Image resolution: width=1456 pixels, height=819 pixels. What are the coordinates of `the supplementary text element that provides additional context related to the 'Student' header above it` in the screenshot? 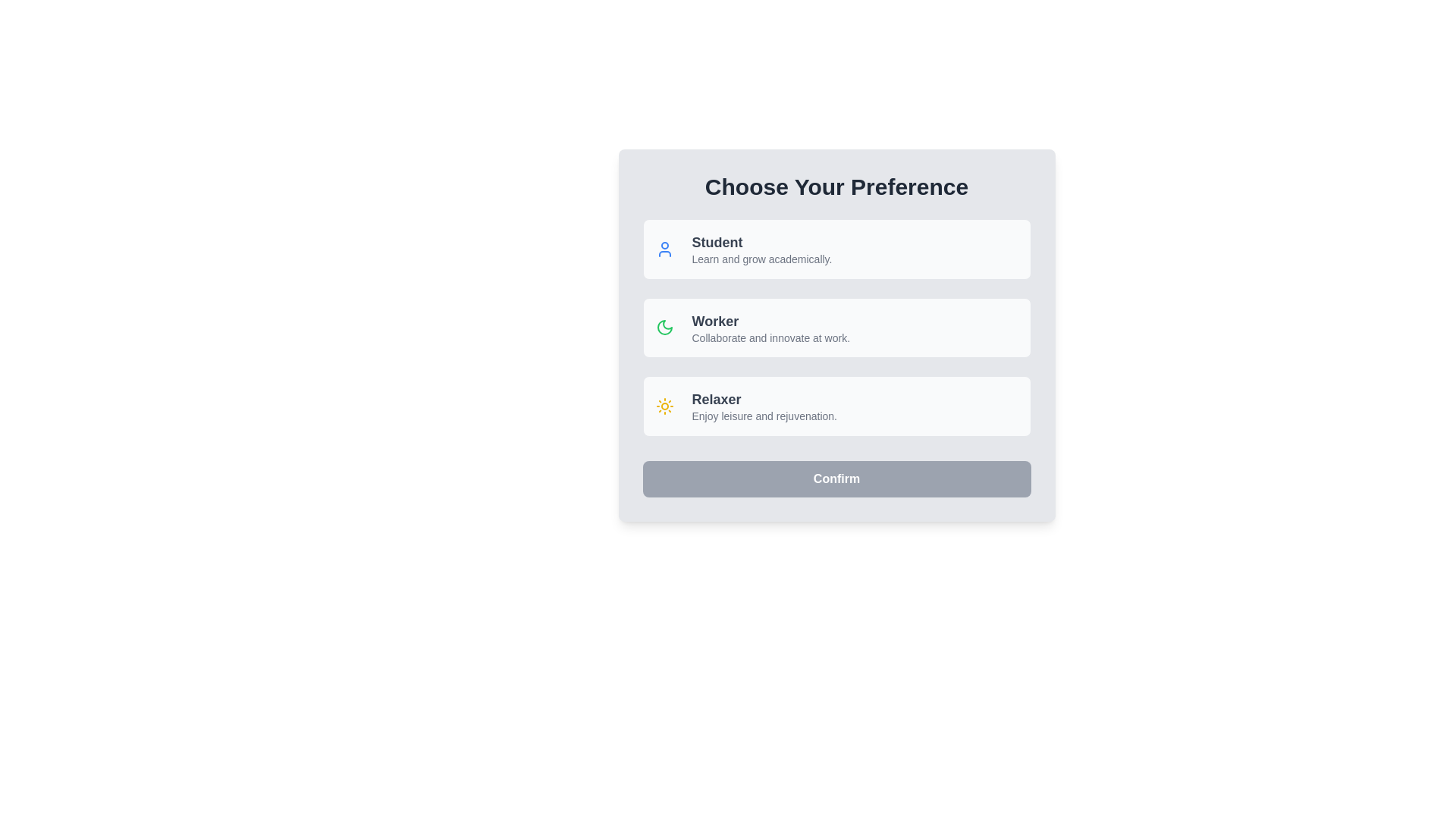 It's located at (761, 259).